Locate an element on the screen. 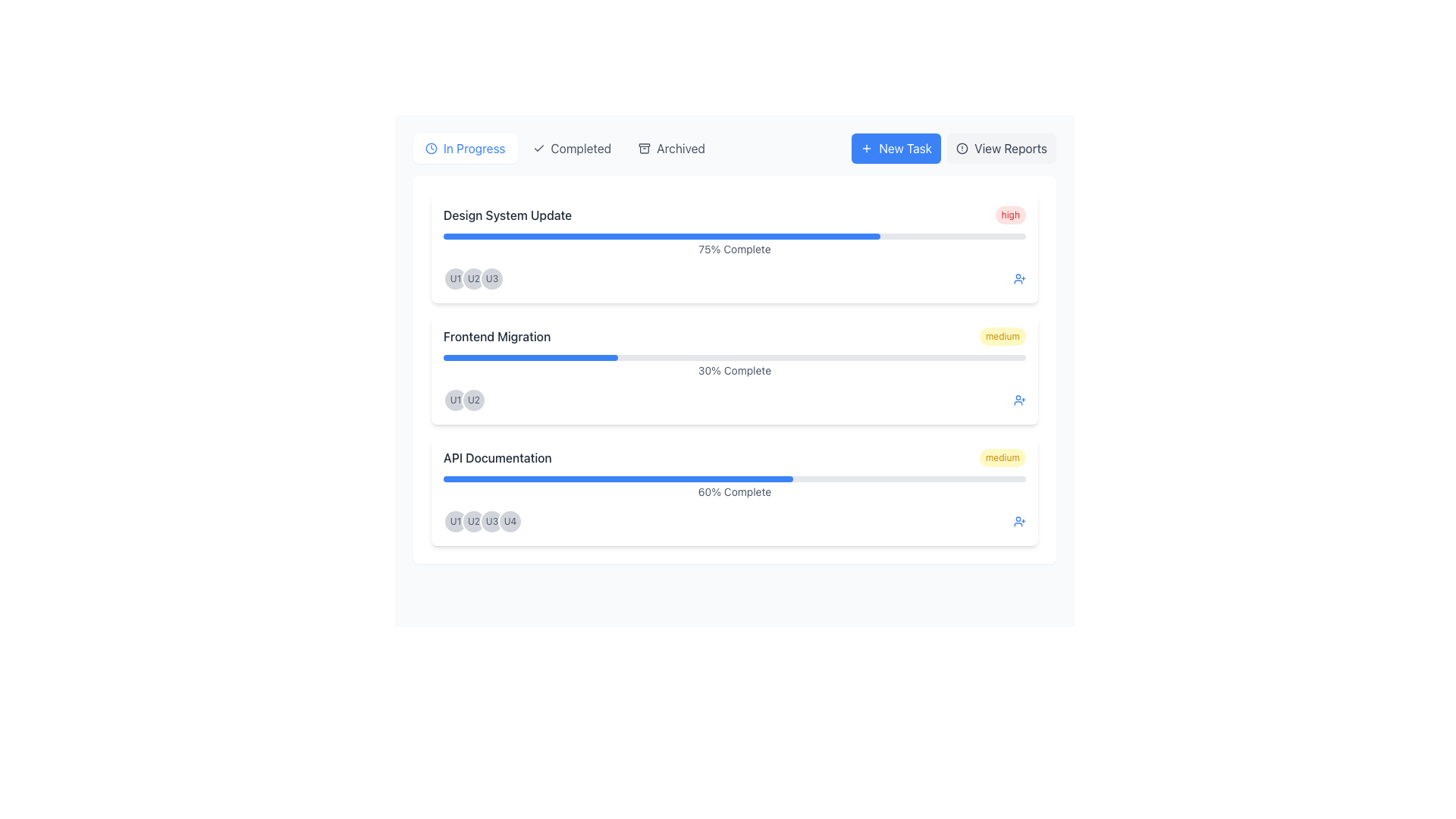 The height and width of the screenshot is (819, 1456). the text label 'U2' inside the circular badge located in the 'Design System Update' section, which is the second badge from the left in a group of badges labeled 'U1', 'U2', and 'U3' is located at coordinates (472, 278).